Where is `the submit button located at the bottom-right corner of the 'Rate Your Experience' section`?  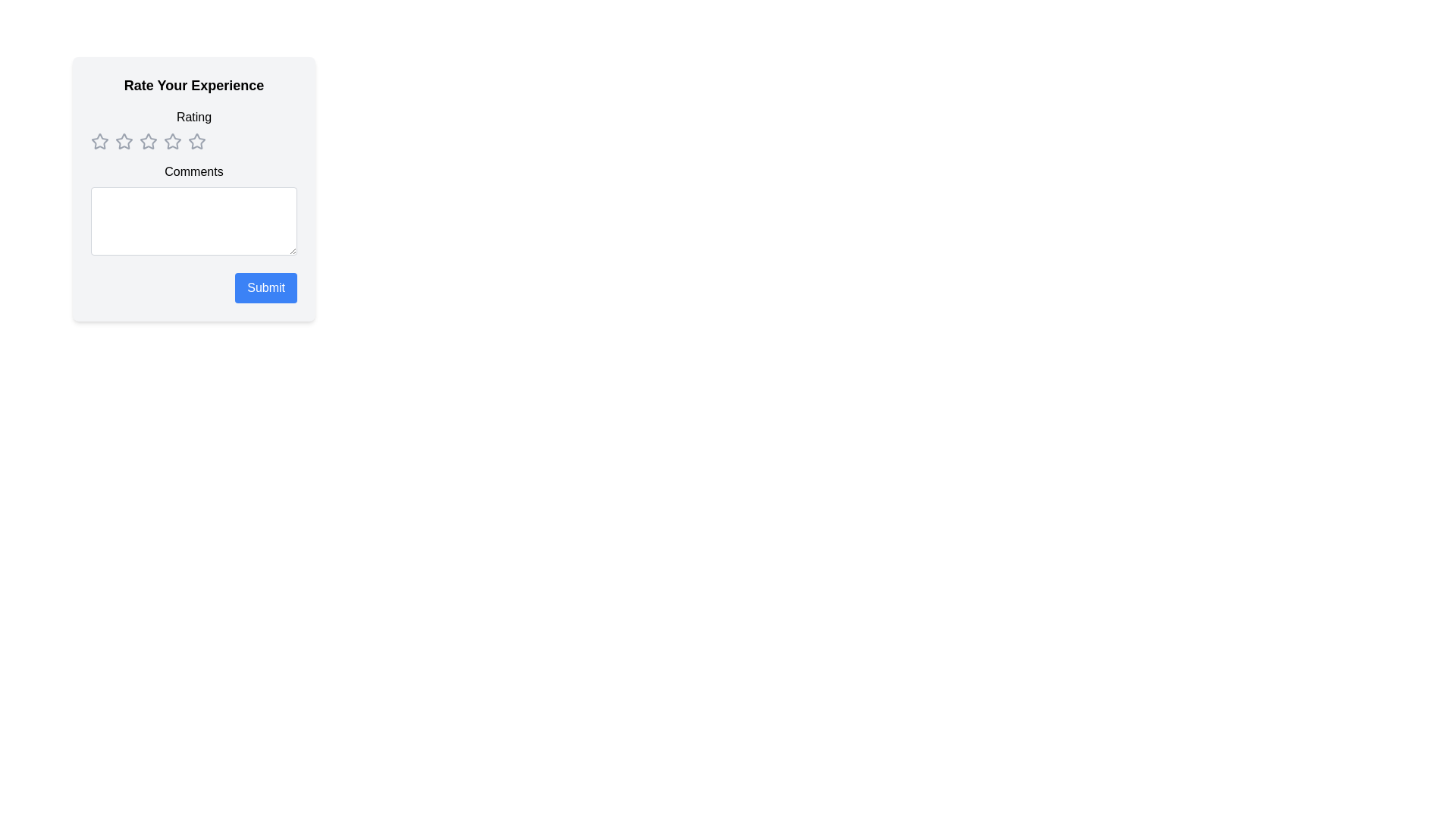 the submit button located at the bottom-right corner of the 'Rate Your Experience' section is located at coordinates (266, 288).